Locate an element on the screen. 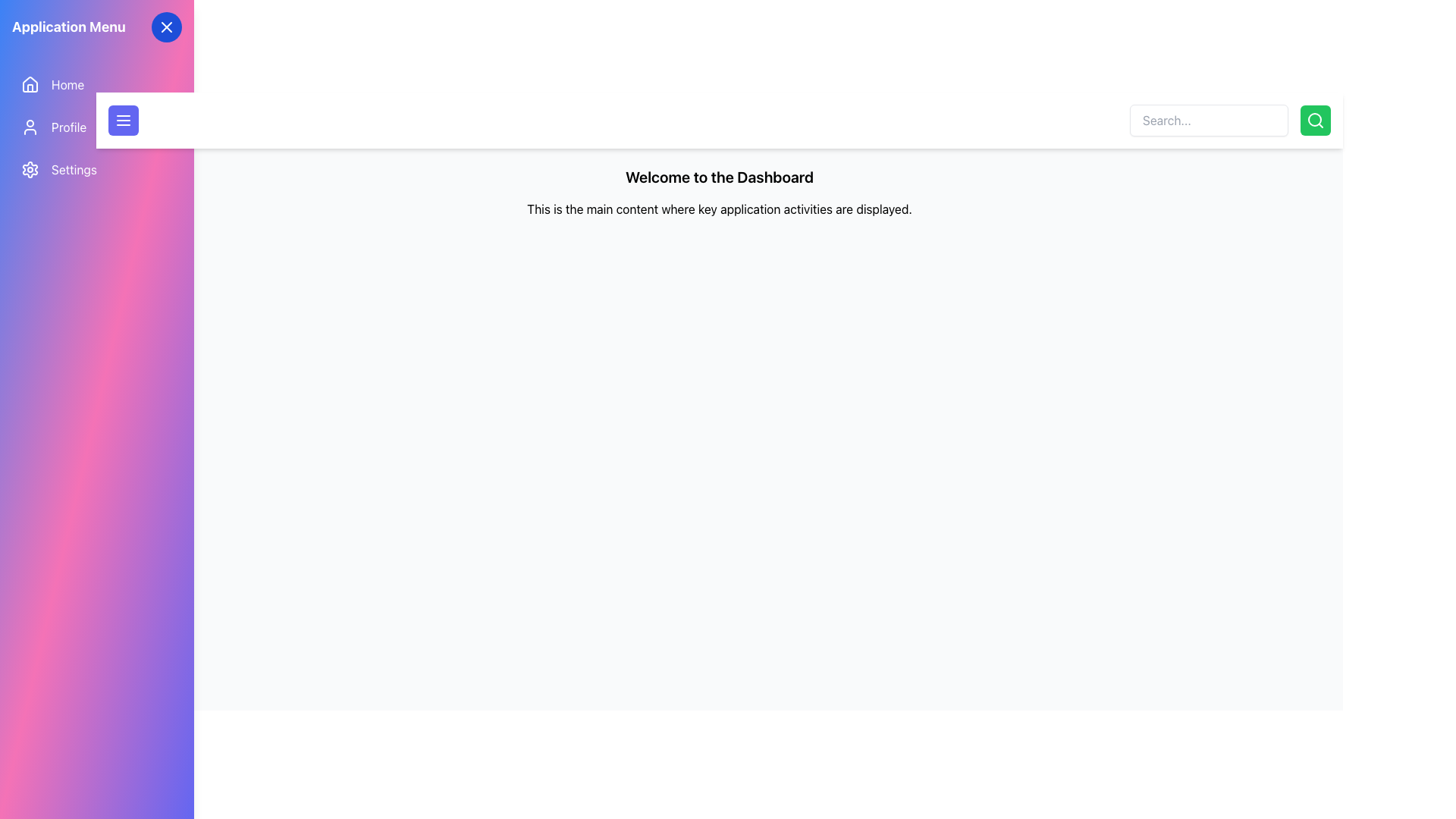 The height and width of the screenshot is (819, 1456). the circular element that is part of the magnifying glass icon located at the far-right side of the top navigation bar is located at coordinates (1313, 119).